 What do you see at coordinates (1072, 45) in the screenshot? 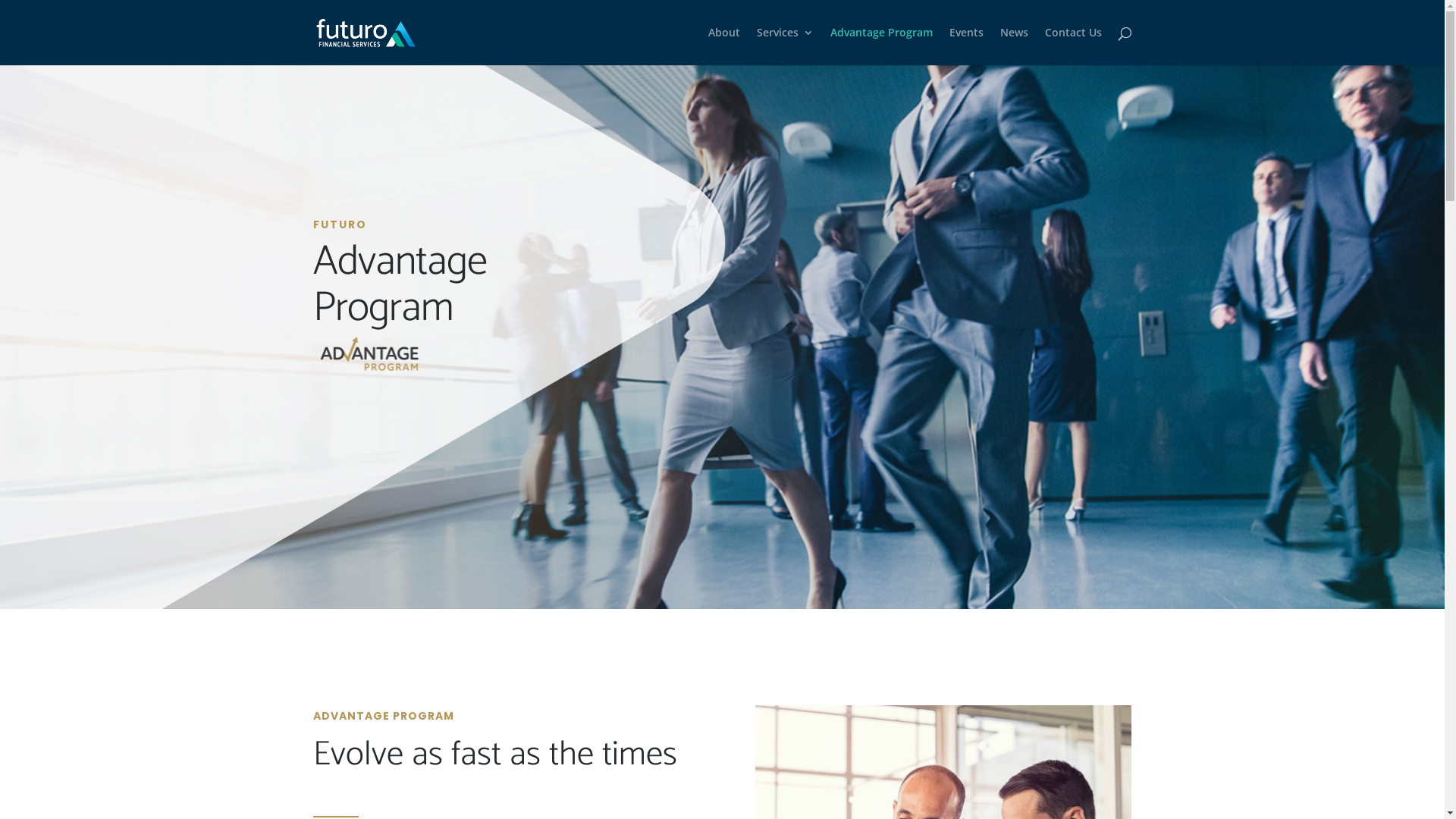
I see `'Contact Us'` at bounding box center [1072, 45].